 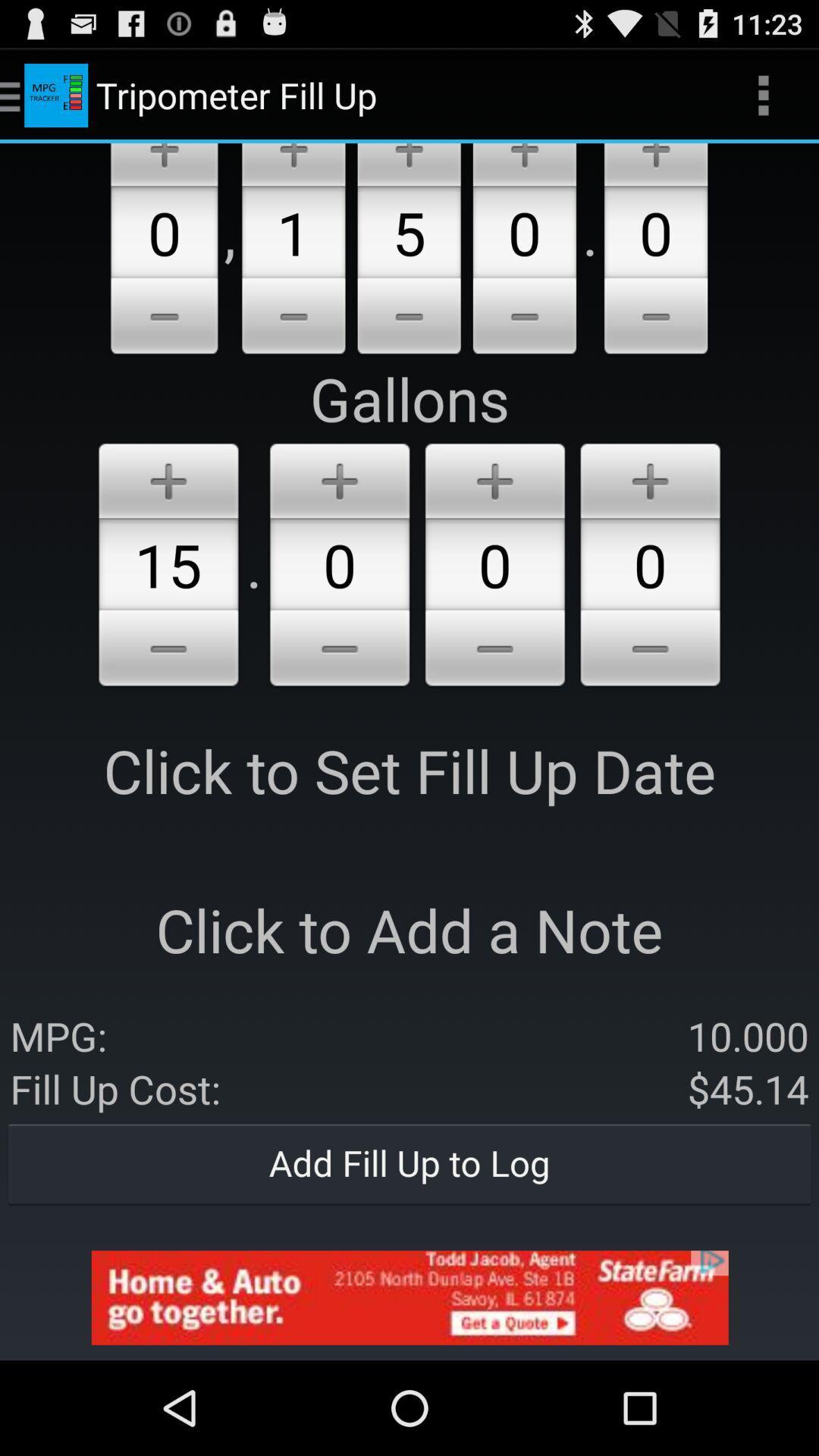 What do you see at coordinates (523, 251) in the screenshot?
I see `the option 0 beside option 5` at bounding box center [523, 251].